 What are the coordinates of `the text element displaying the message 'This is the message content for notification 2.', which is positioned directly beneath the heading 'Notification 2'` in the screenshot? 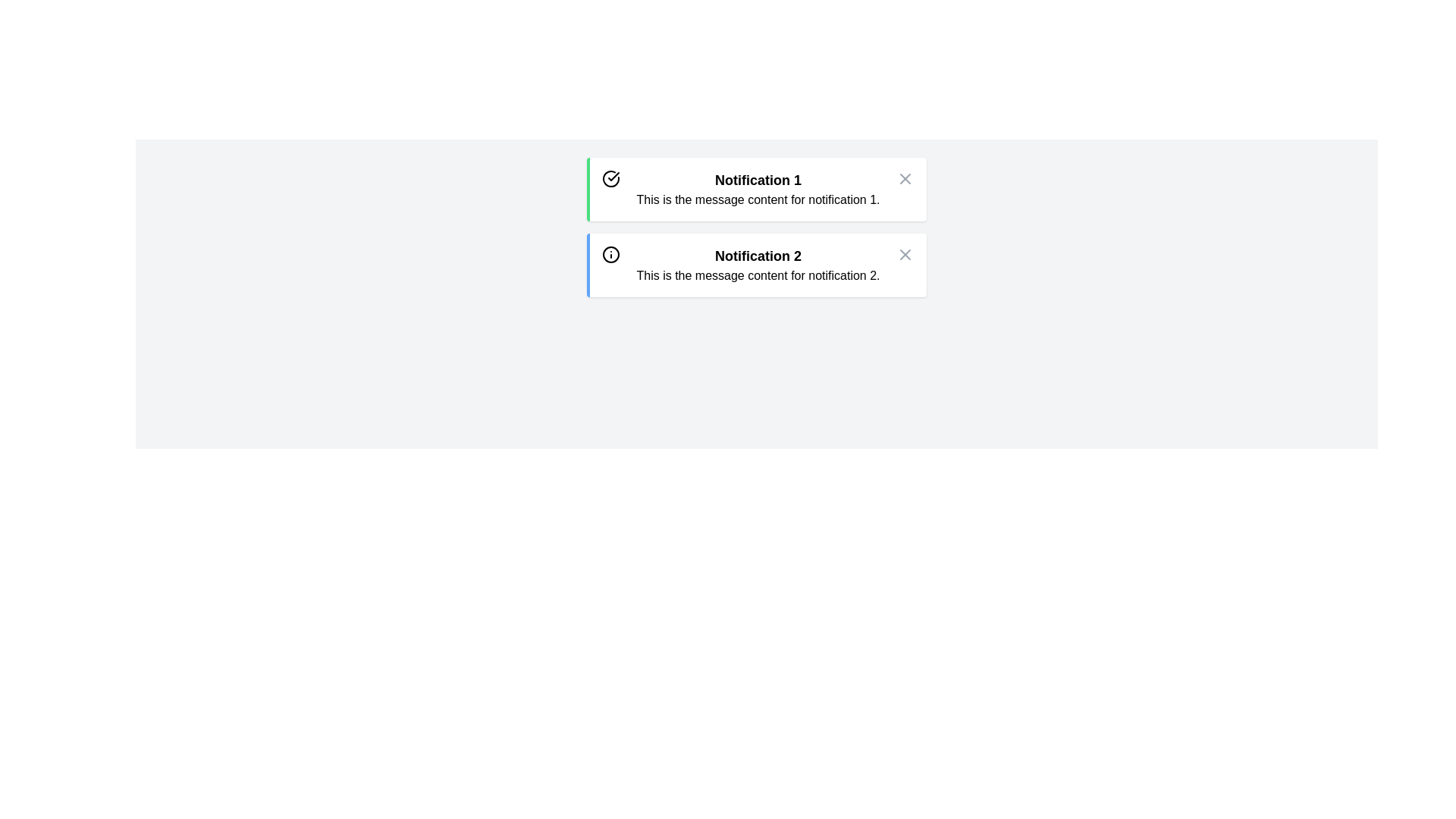 It's located at (758, 275).